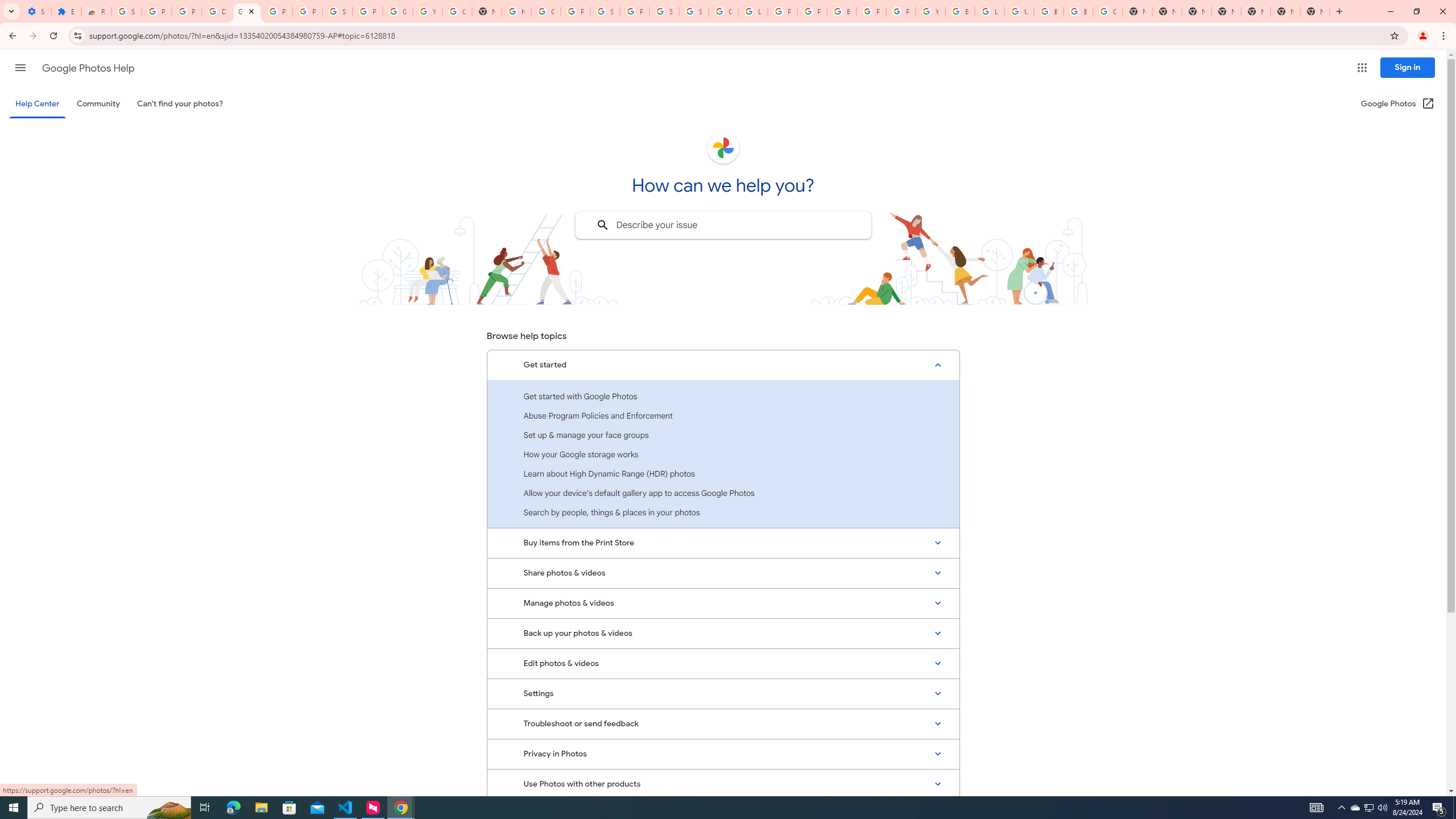  Describe the element at coordinates (1397, 103) in the screenshot. I see `'Google Photos (Open in a new window)'` at that location.